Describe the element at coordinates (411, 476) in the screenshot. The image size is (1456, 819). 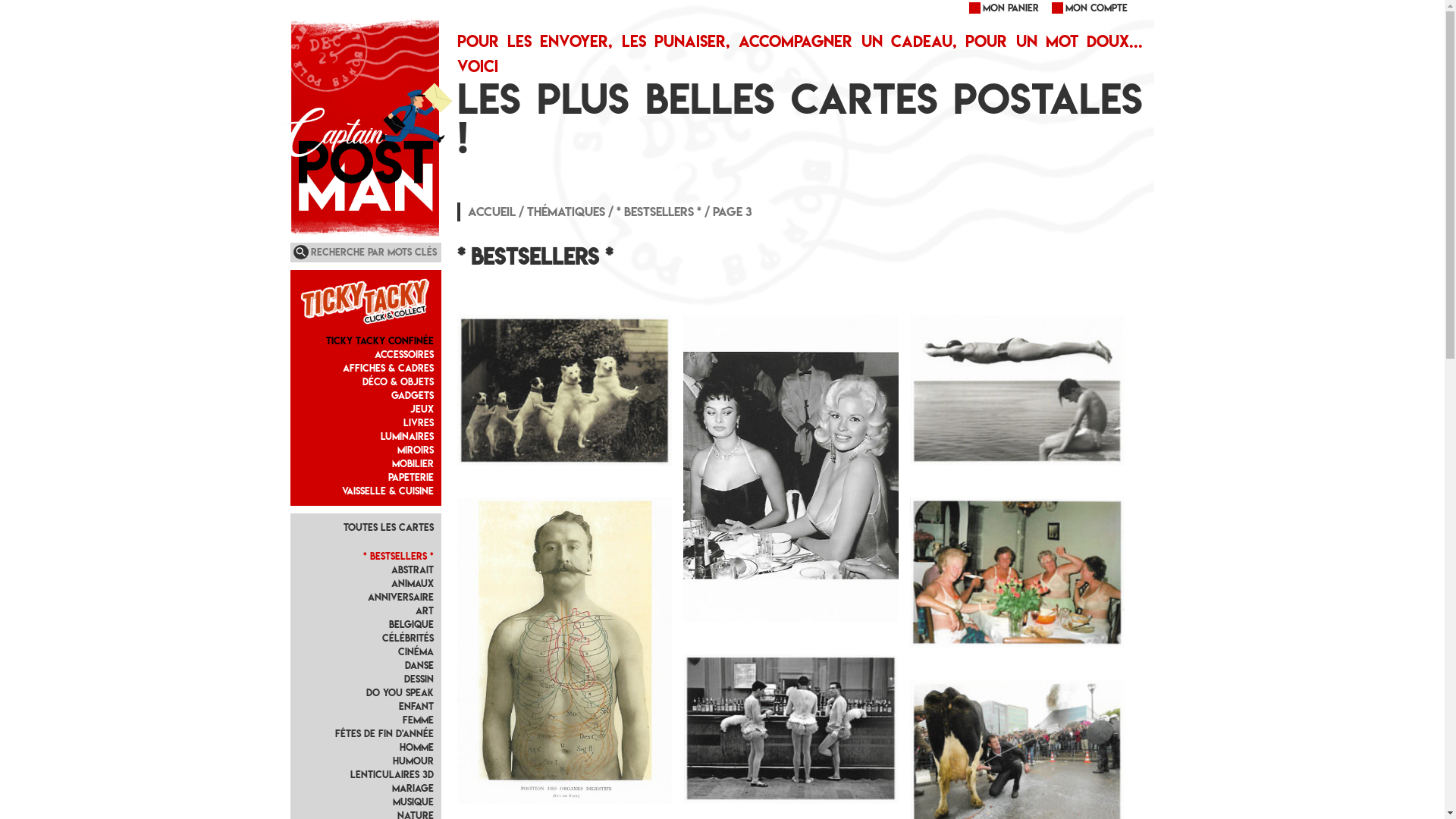
I see `'Papeterie'` at that location.